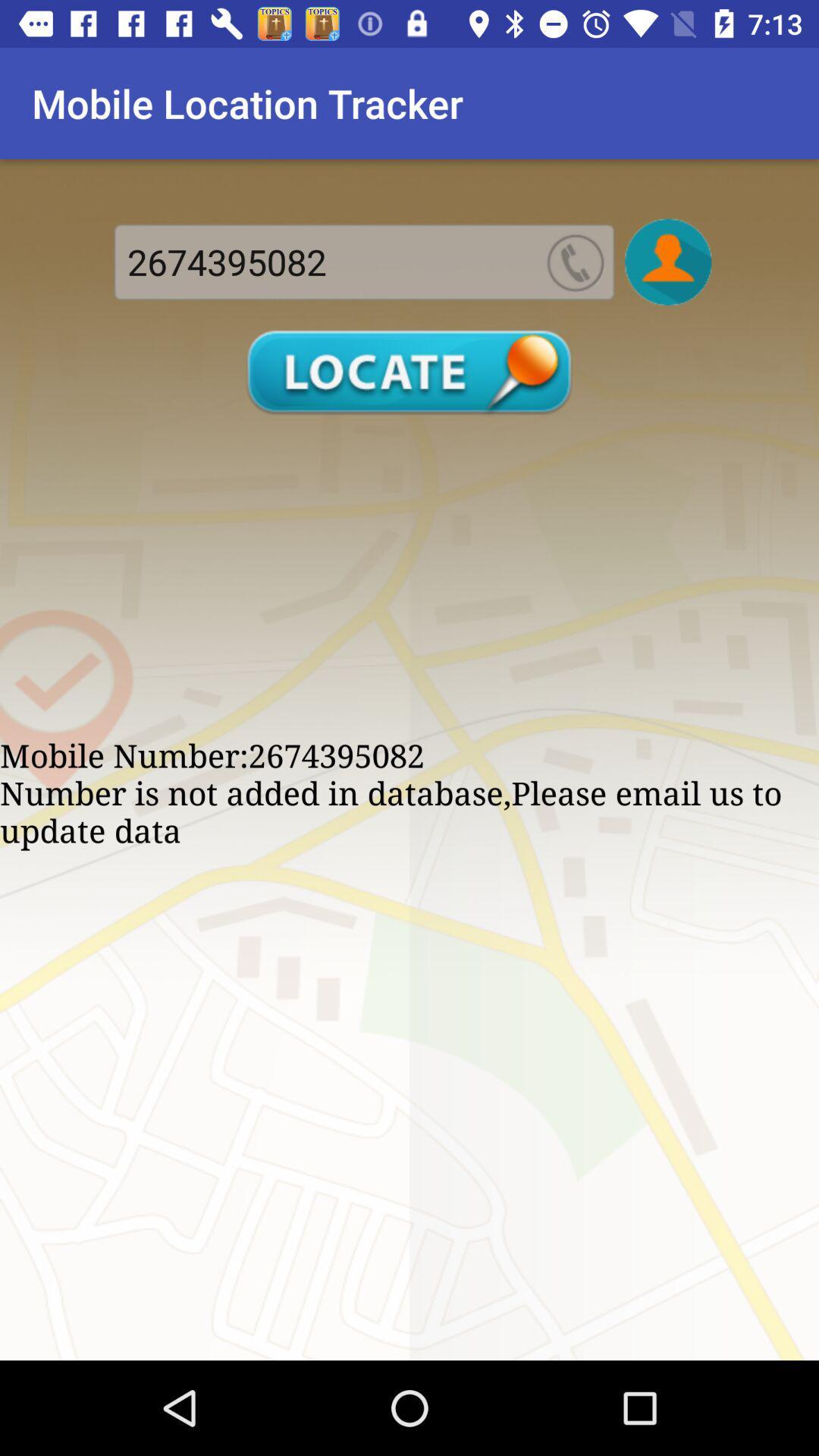  What do you see at coordinates (667, 262) in the screenshot?
I see `the avatar icon` at bounding box center [667, 262].